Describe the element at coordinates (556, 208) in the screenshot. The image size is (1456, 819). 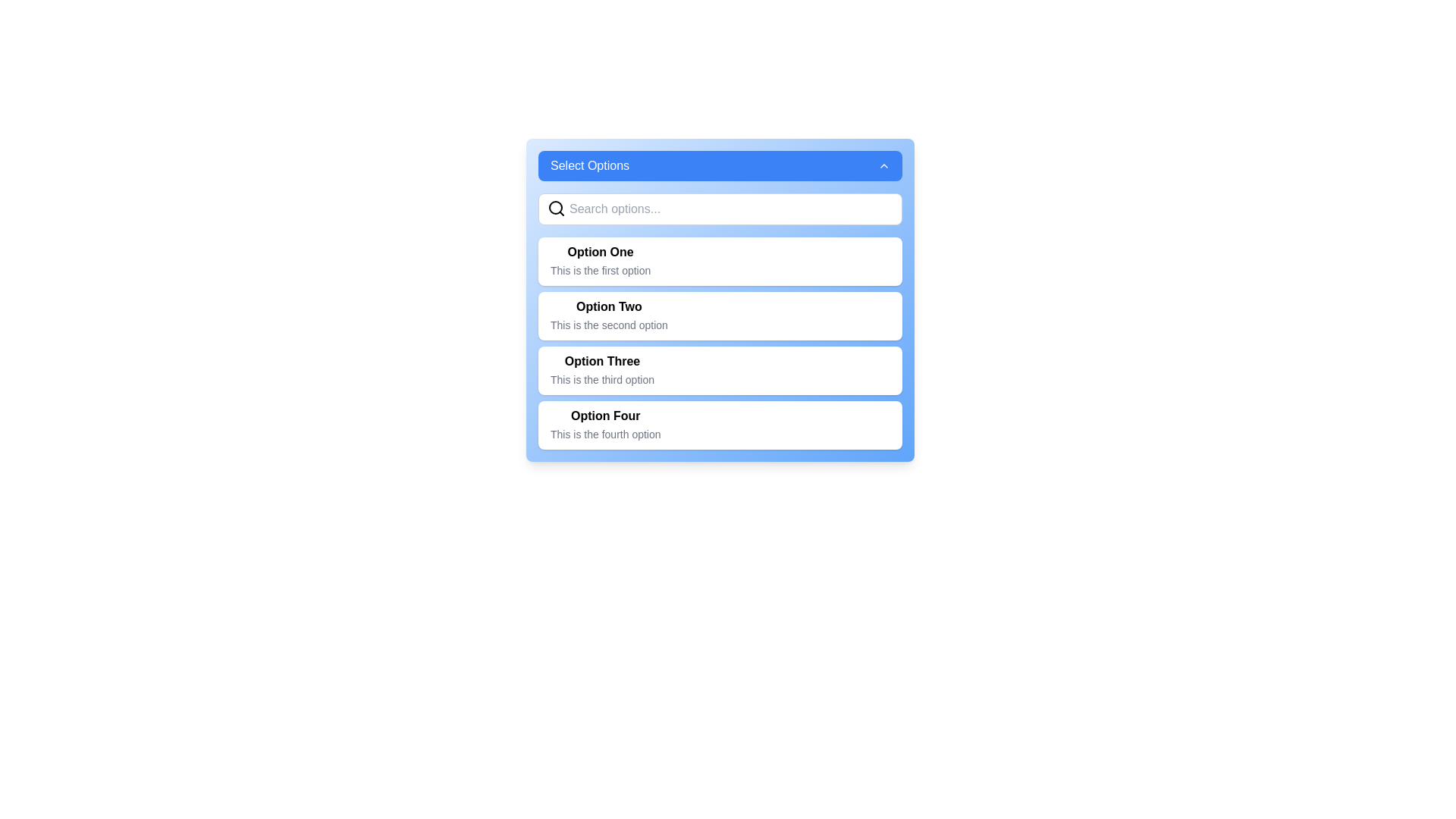
I see `the search action icon located toward the left side of the search field` at that location.